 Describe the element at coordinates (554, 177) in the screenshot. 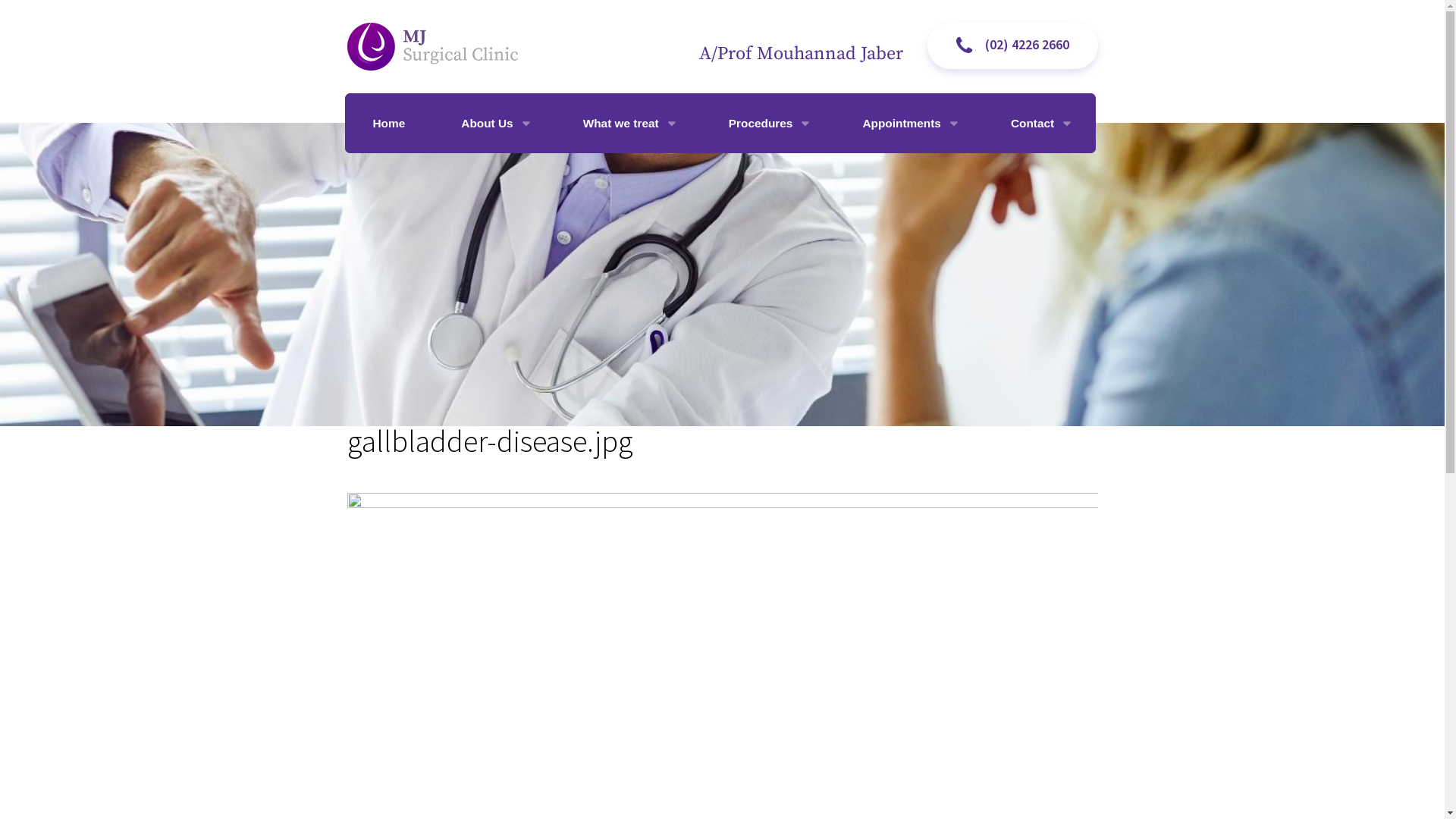

I see `'Obesity'` at that location.